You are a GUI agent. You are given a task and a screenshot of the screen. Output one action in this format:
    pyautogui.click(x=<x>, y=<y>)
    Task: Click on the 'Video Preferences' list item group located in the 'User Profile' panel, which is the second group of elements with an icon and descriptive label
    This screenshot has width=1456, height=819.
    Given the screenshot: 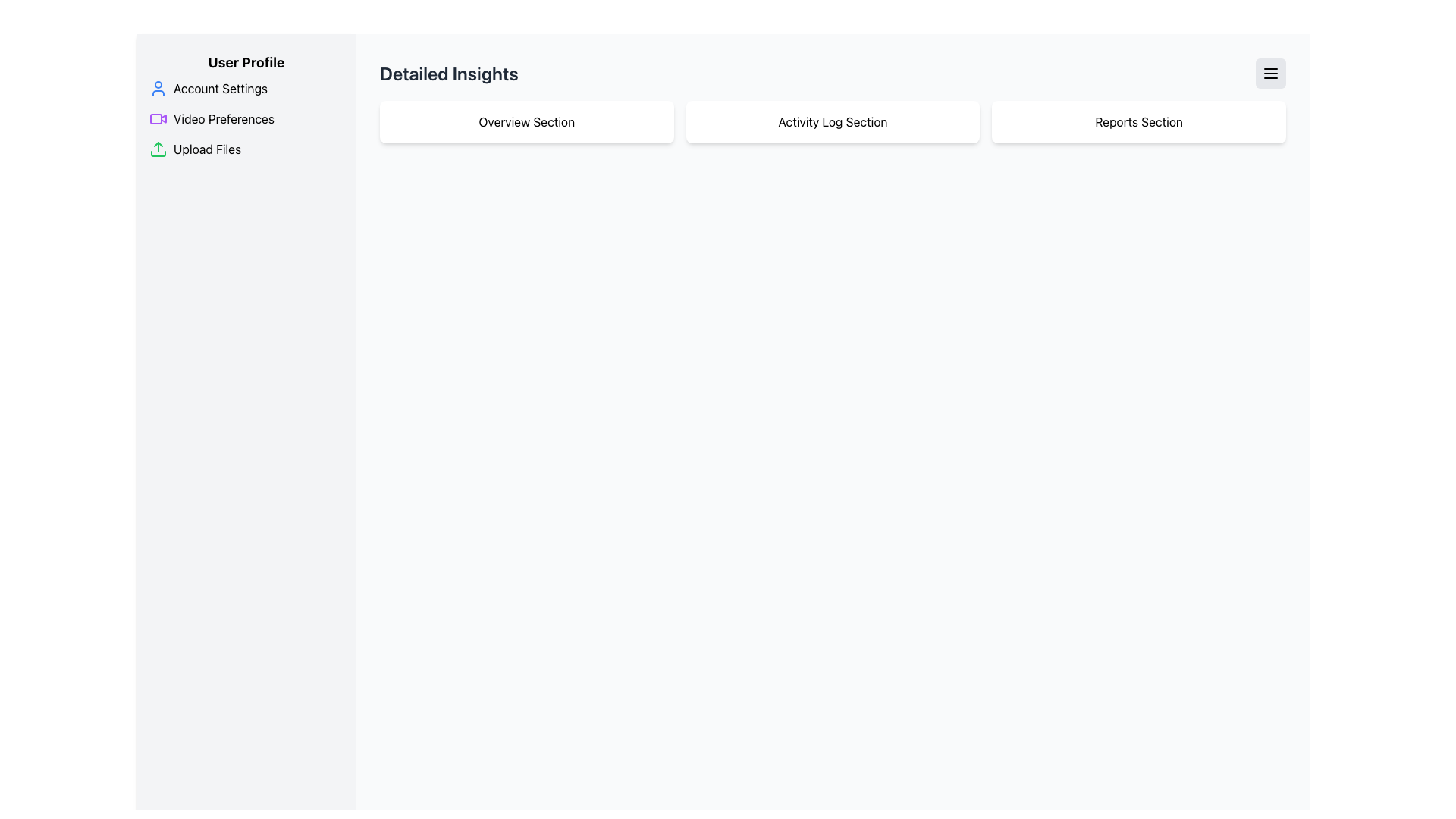 What is the action you would take?
    pyautogui.click(x=246, y=118)
    